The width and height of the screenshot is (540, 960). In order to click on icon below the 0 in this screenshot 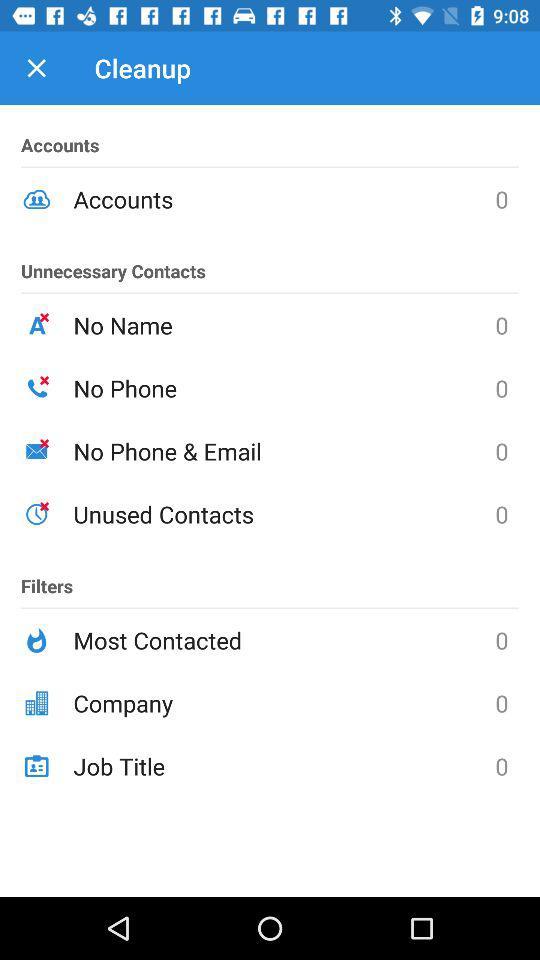, I will do `click(283, 703)`.